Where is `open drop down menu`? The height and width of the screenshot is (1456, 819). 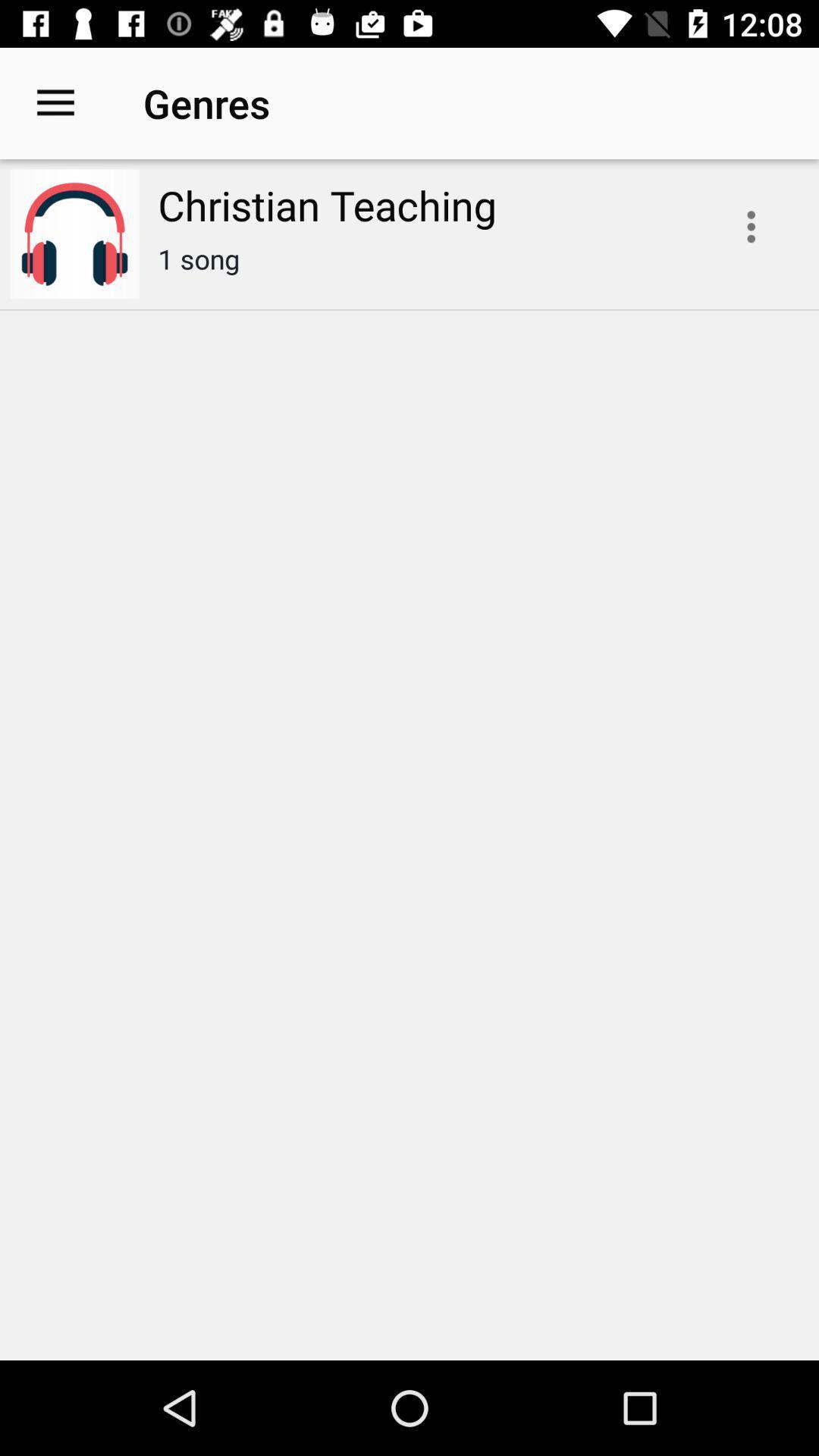
open drop down menu is located at coordinates (751, 226).